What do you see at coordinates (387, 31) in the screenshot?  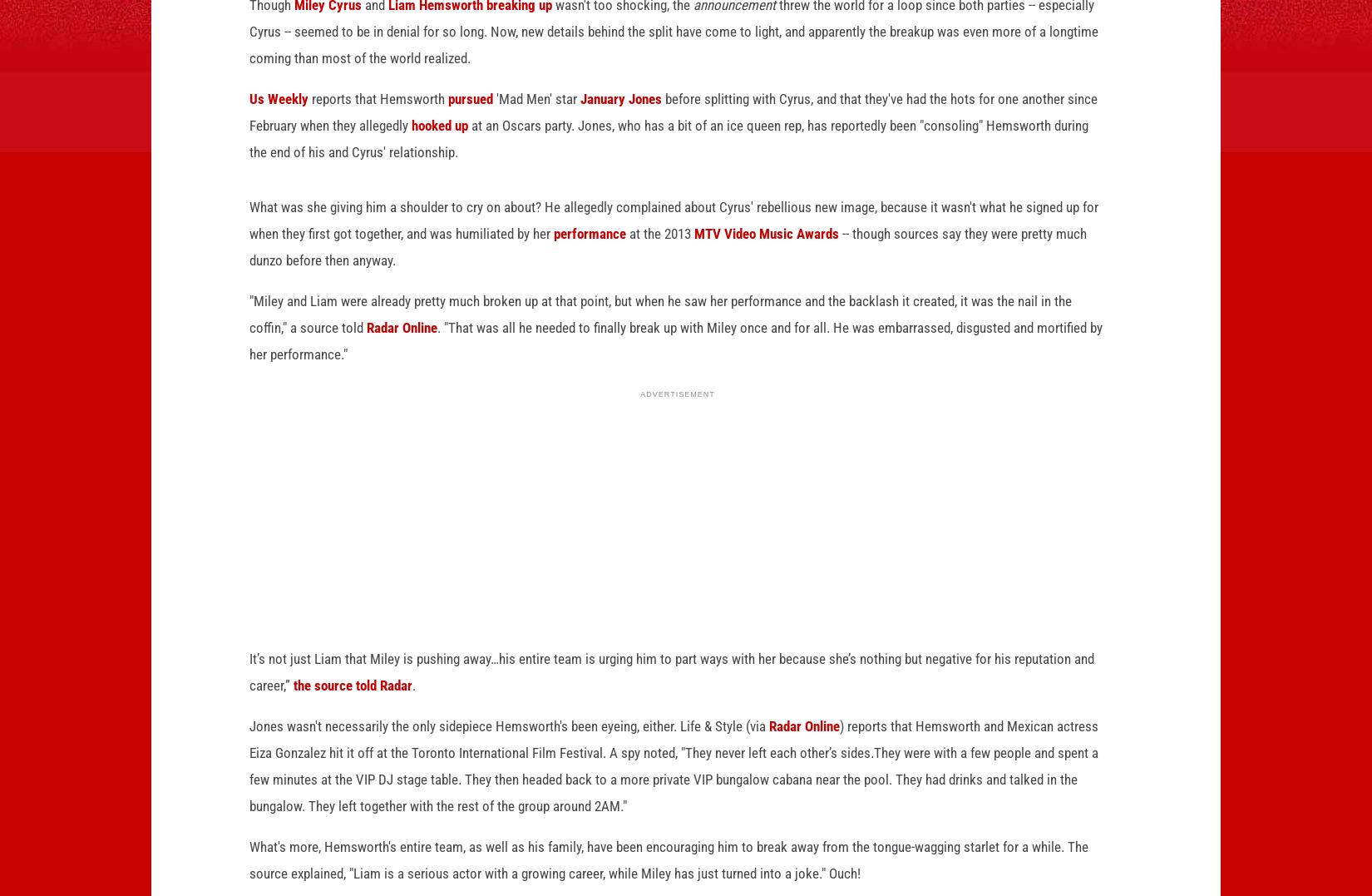 I see `'Liam Hemsworth'` at bounding box center [387, 31].